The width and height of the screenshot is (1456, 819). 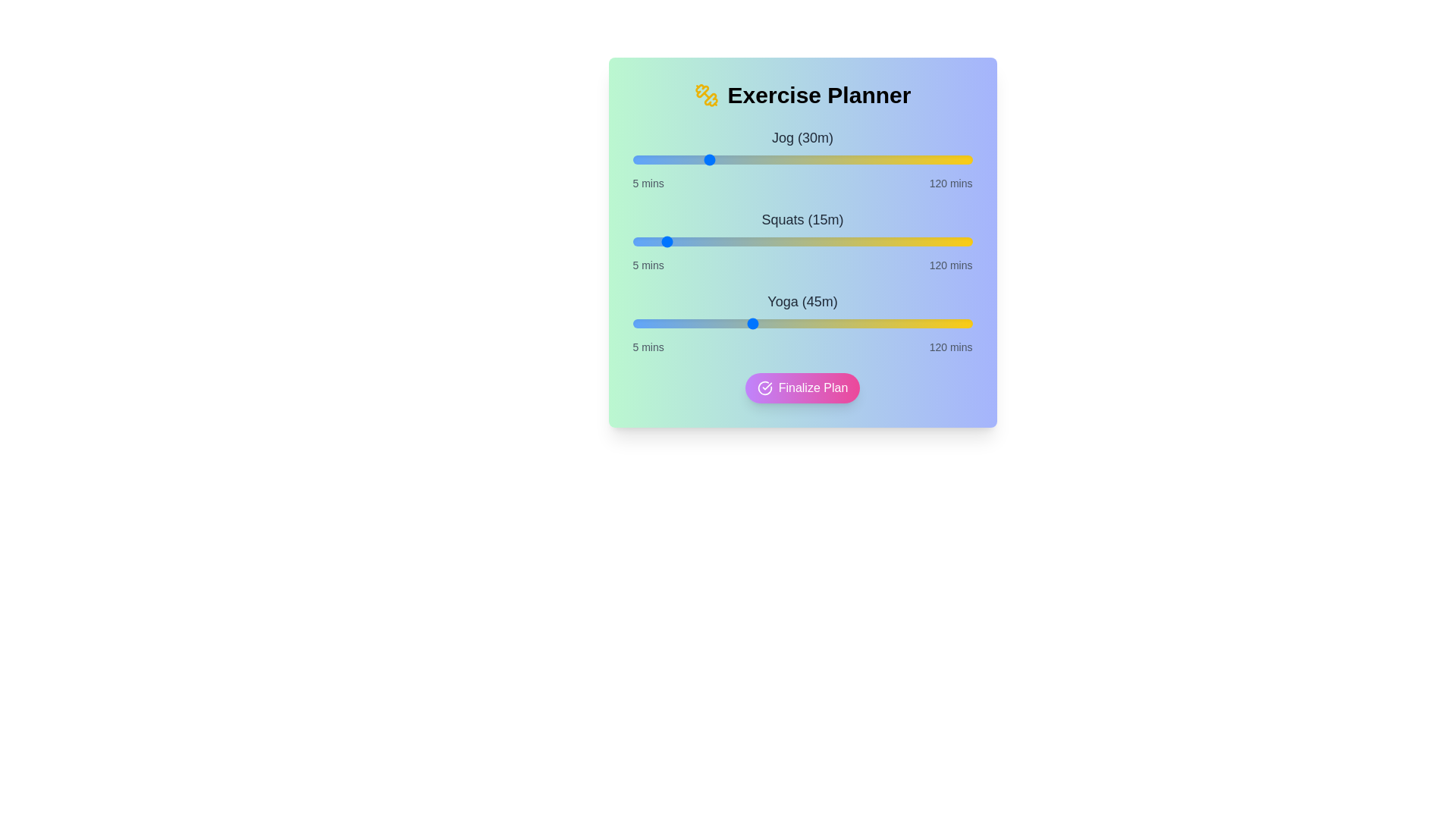 What do you see at coordinates (700, 241) in the screenshot?
I see `the duration of the 1 slider to 28 minutes` at bounding box center [700, 241].